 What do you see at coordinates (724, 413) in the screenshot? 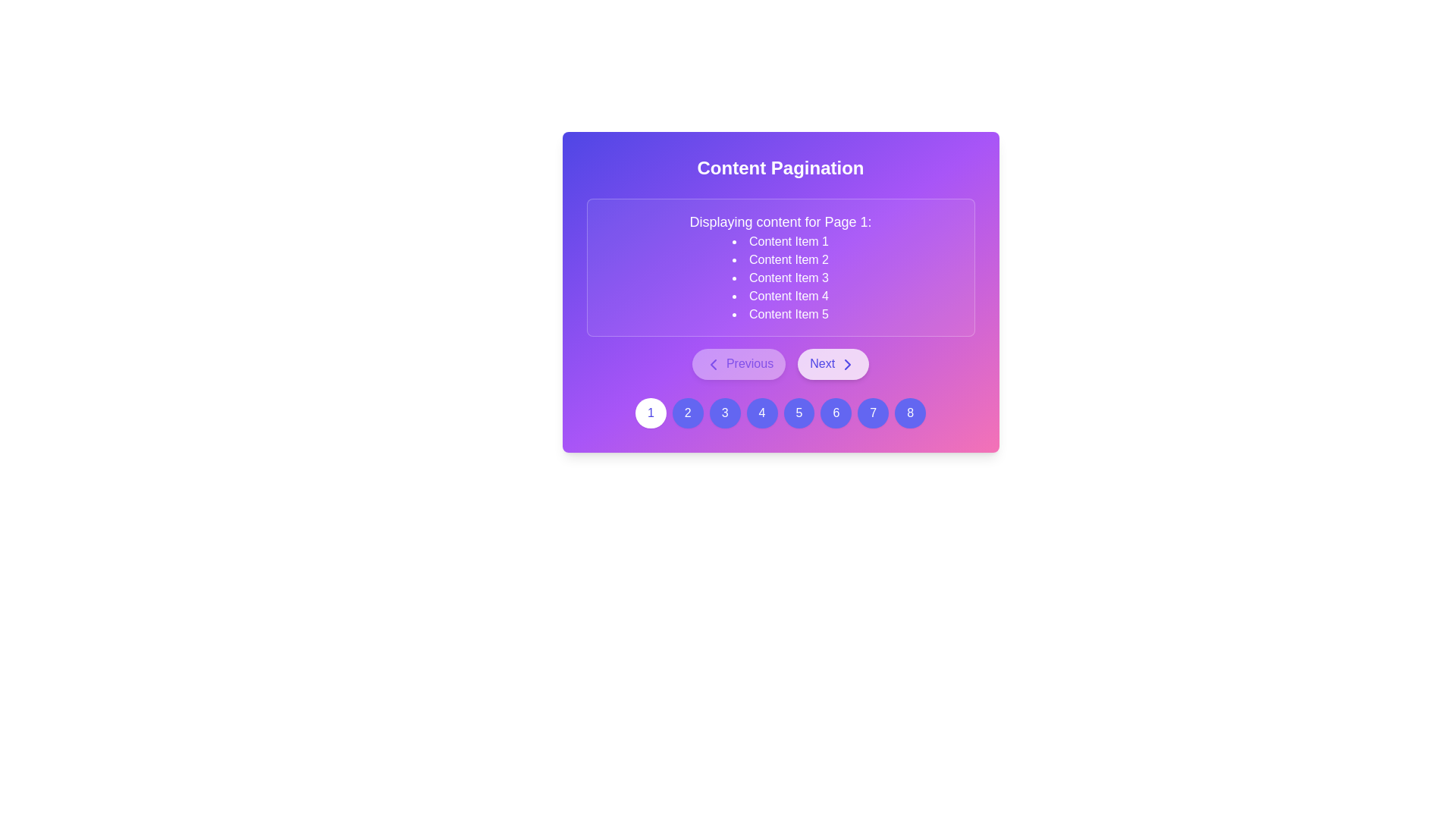
I see `the third pagination button located at the bottom center of the interface` at bounding box center [724, 413].